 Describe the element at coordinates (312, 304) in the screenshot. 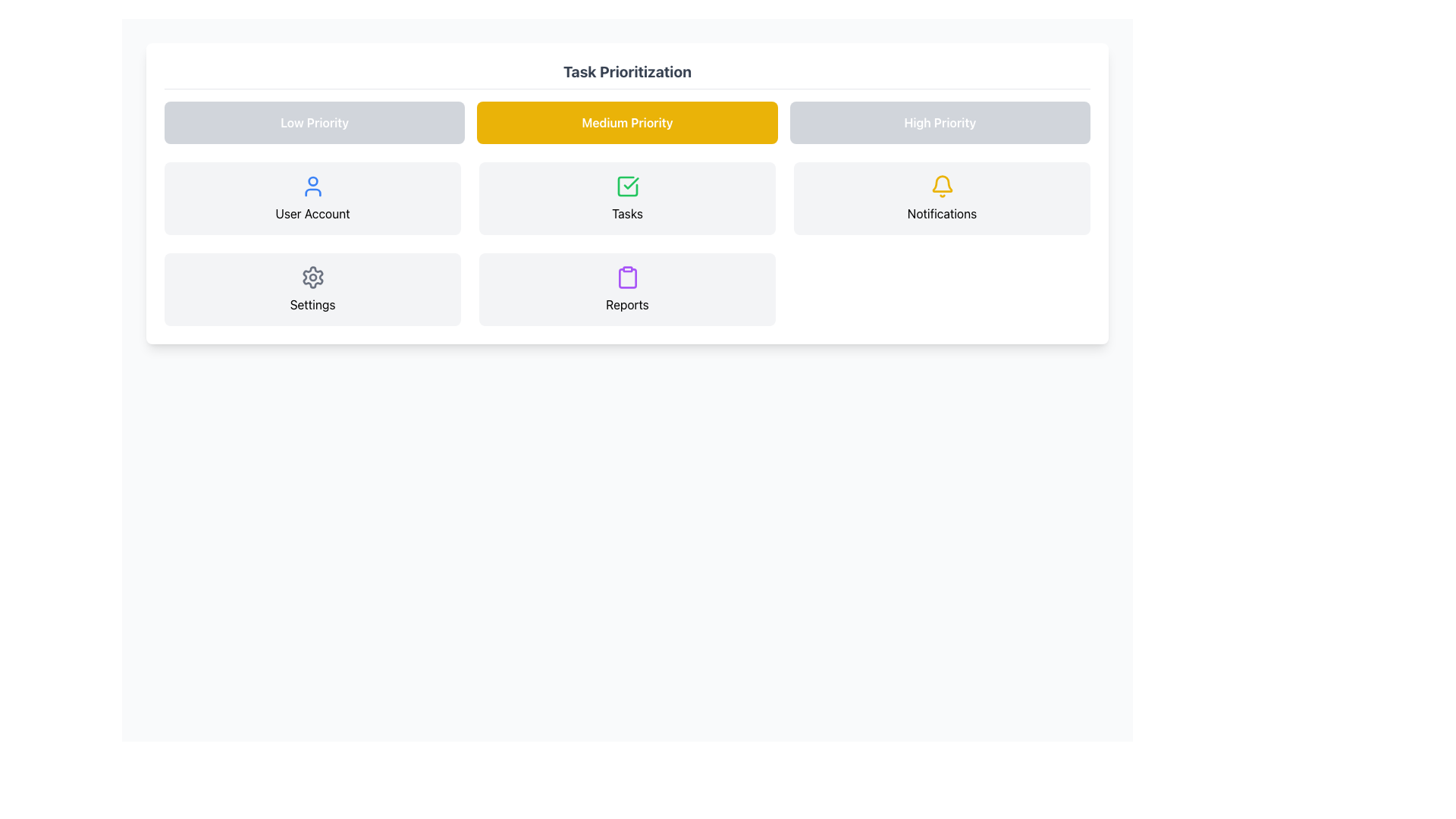

I see `the 'Settings' text label, which is styled in black and positioned below a gear icon in the configuration panel` at that location.